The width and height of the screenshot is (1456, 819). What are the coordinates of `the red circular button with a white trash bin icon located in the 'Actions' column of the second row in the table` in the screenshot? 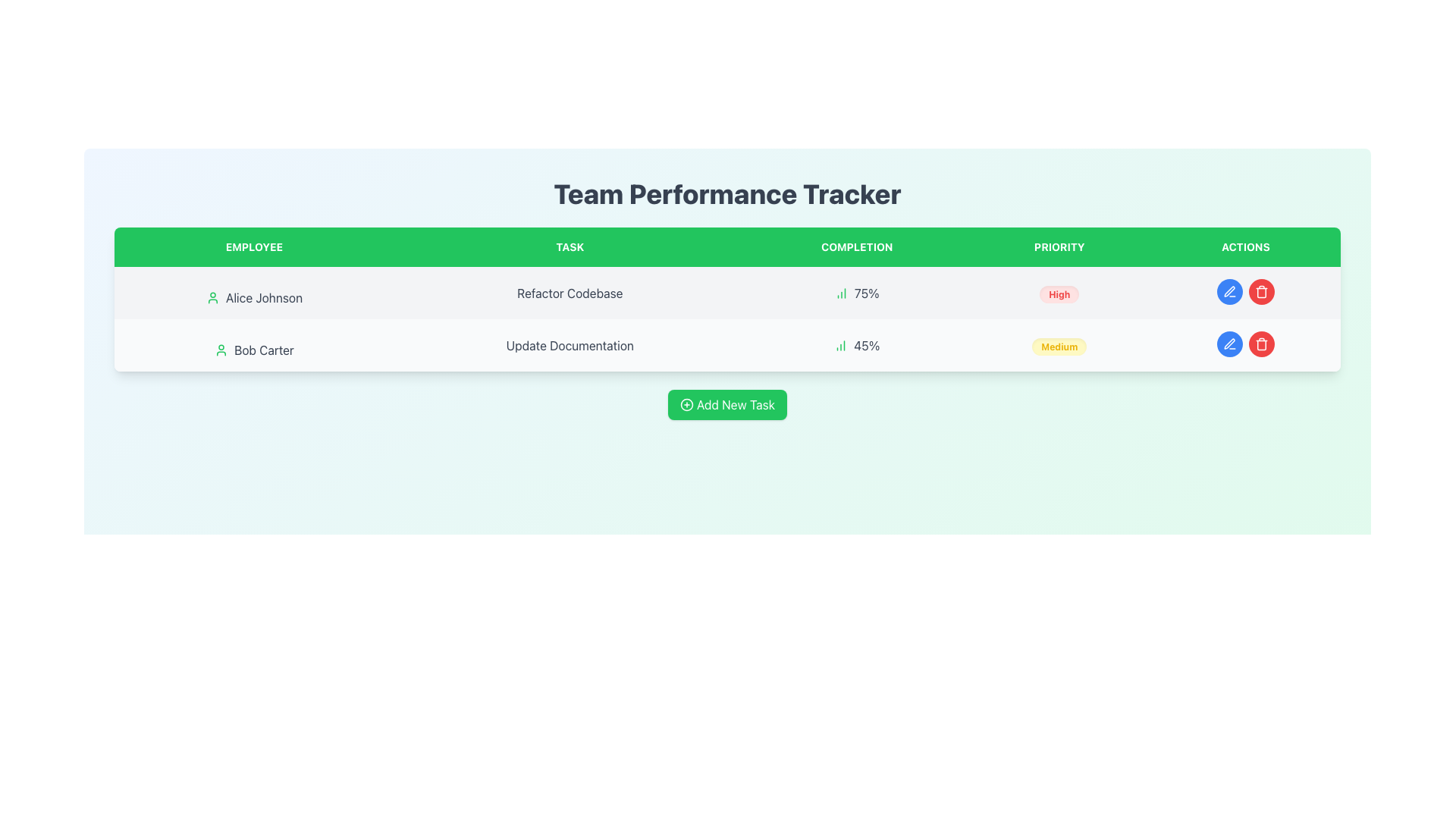 It's located at (1261, 292).